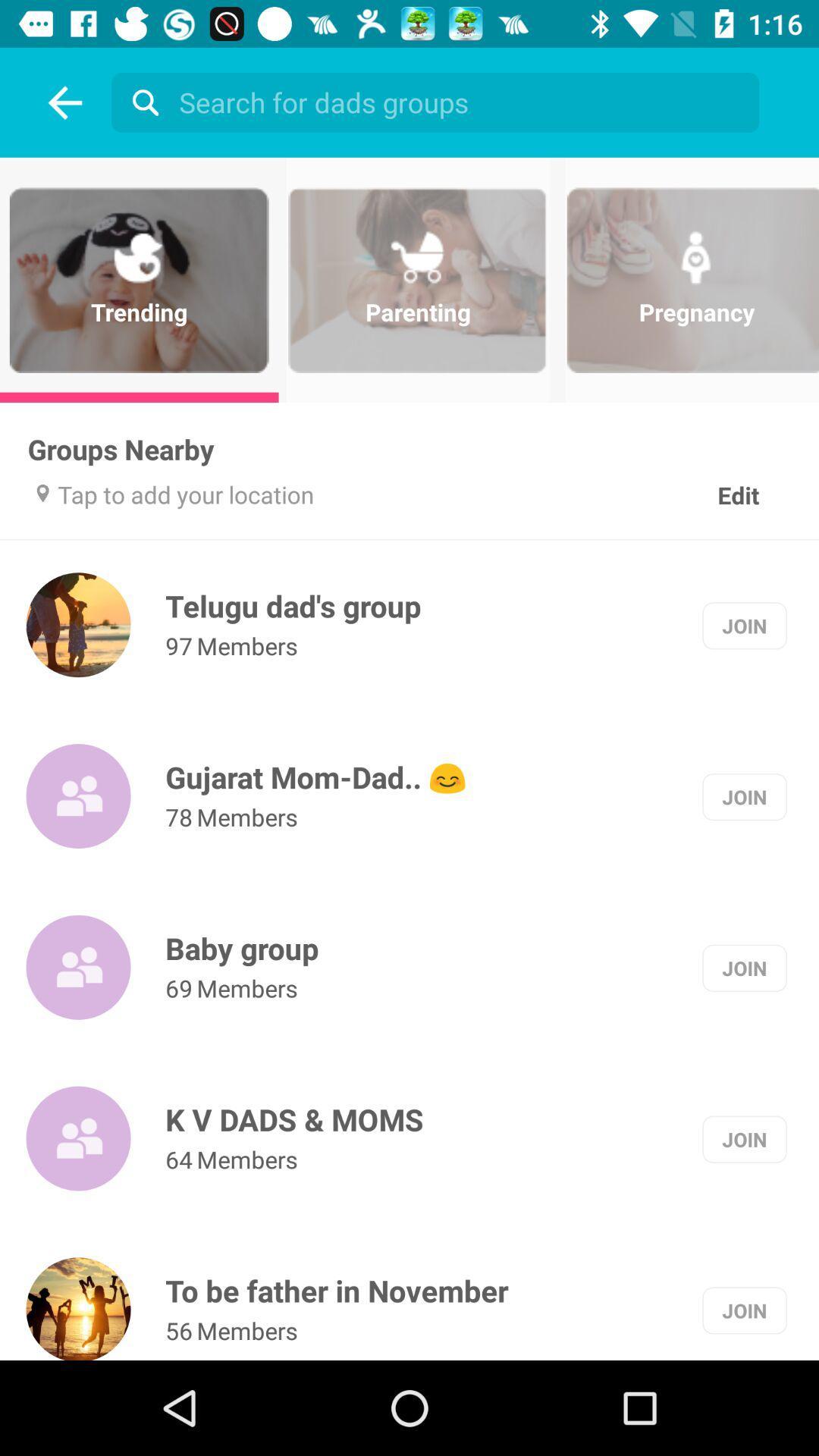  What do you see at coordinates (79, 796) in the screenshot?
I see `the group symbol beside gujarat momdad` at bounding box center [79, 796].